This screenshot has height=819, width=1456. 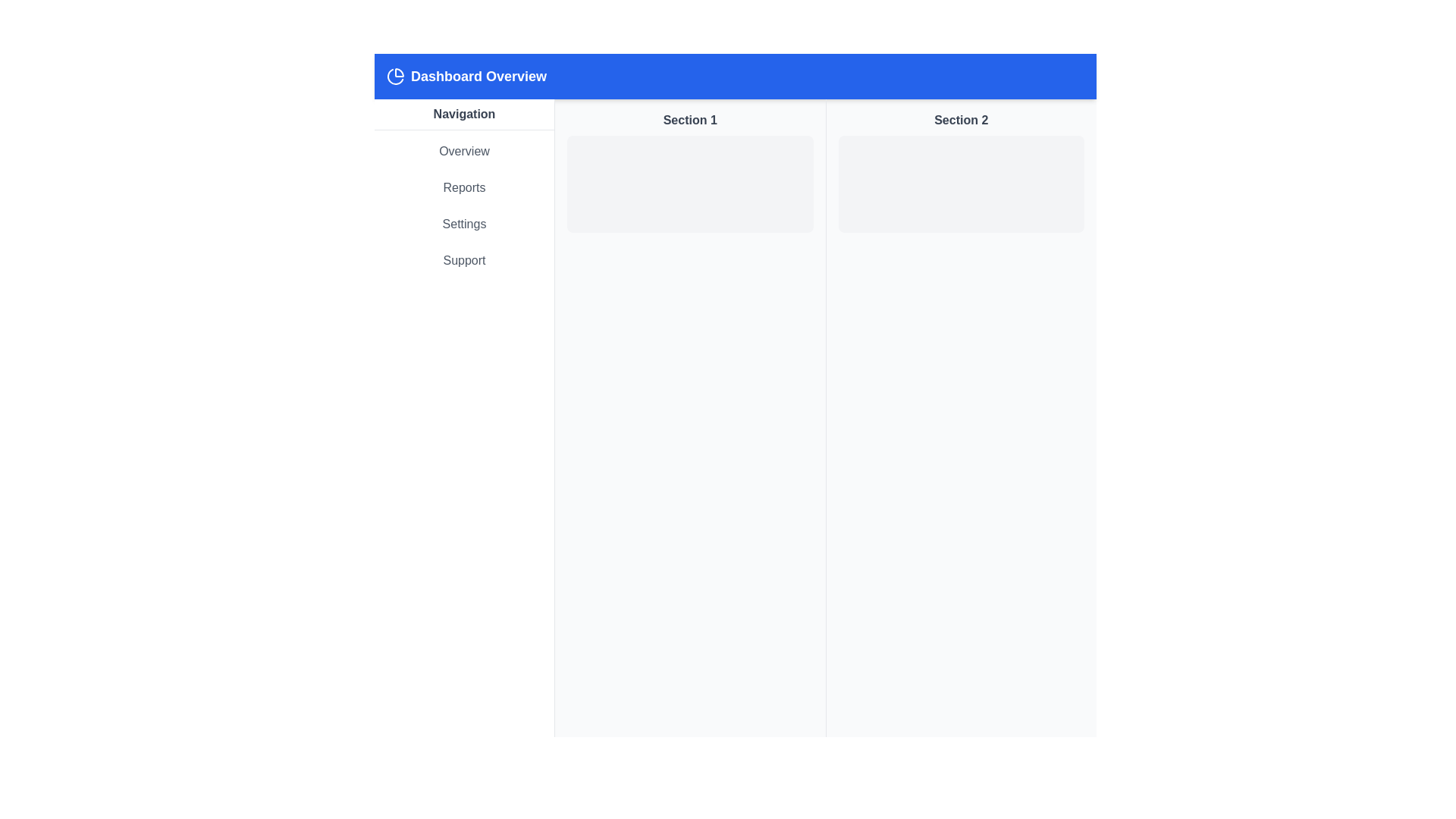 What do you see at coordinates (395, 77) in the screenshot?
I see `the second segment of the pie chart icon located in the top-left corner of the header section` at bounding box center [395, 77].